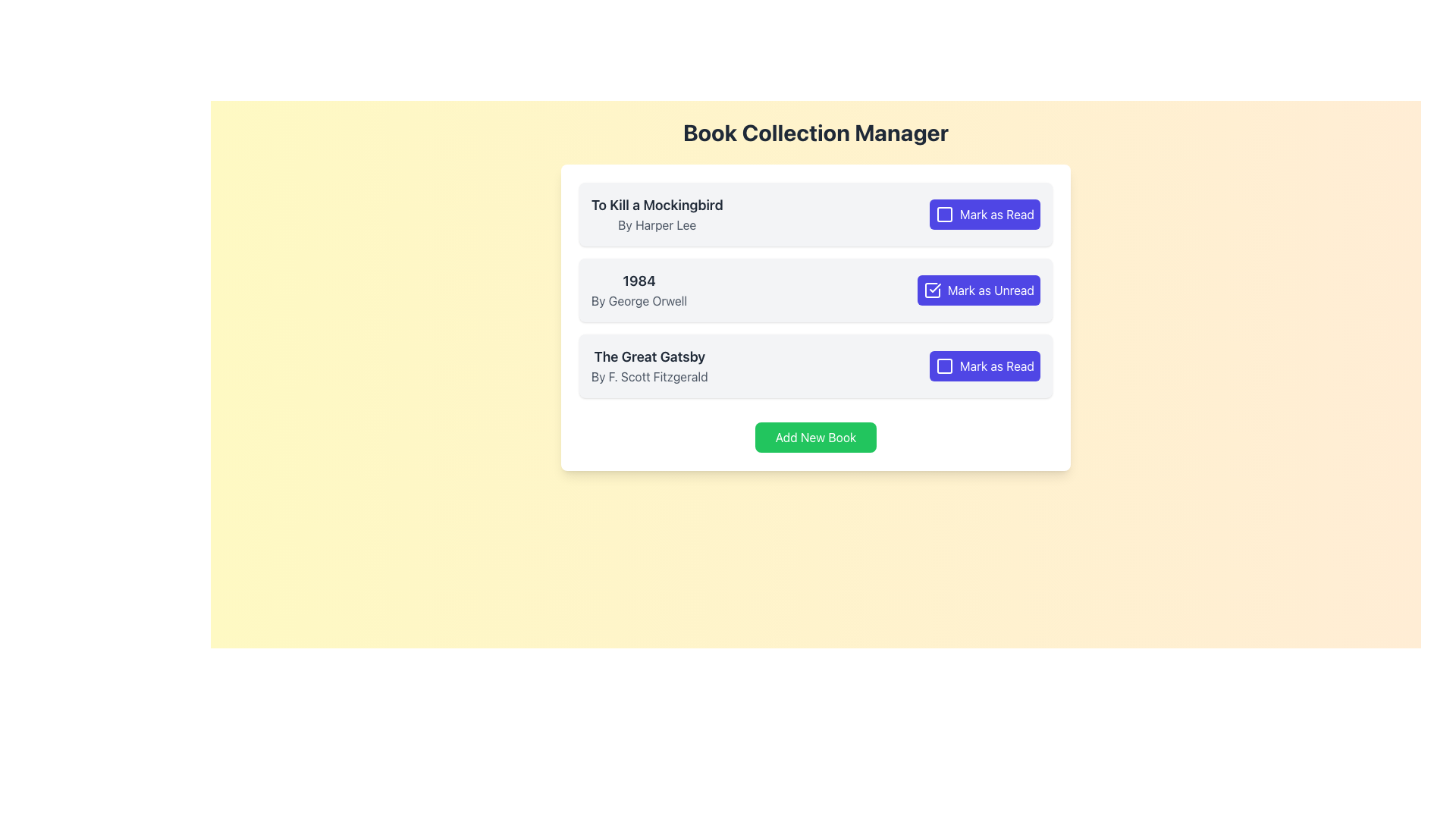  Describe the element at coordinates (943, 366) in the screenshot. I see `the SVG graphical element within the 'Mark as Read' button for the book titled 'The Great Gatsby', which is the third entry in the list of books` at that location.